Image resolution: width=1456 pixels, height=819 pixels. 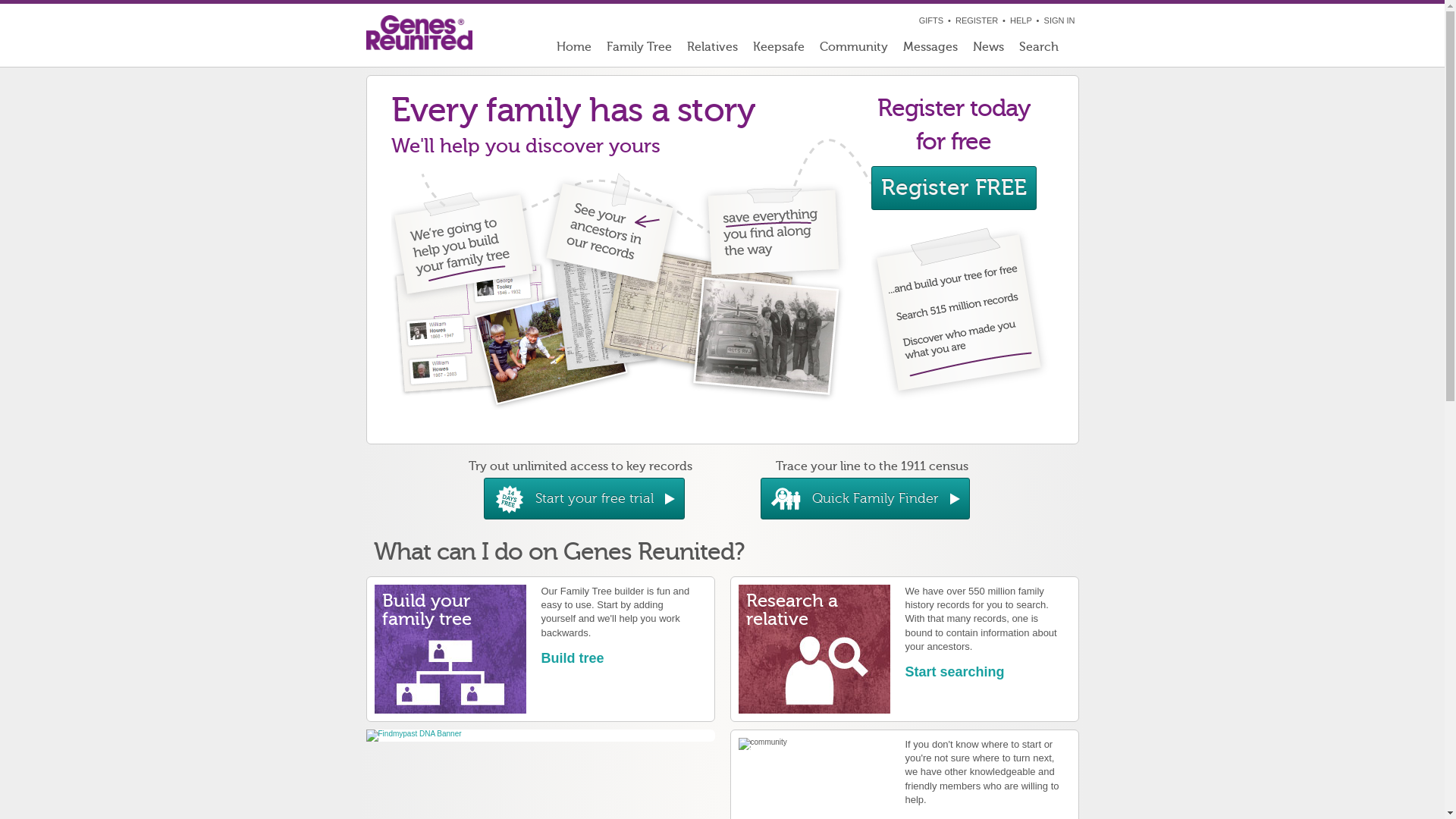 I want to click on 'Home', so click(x=573, y=49).